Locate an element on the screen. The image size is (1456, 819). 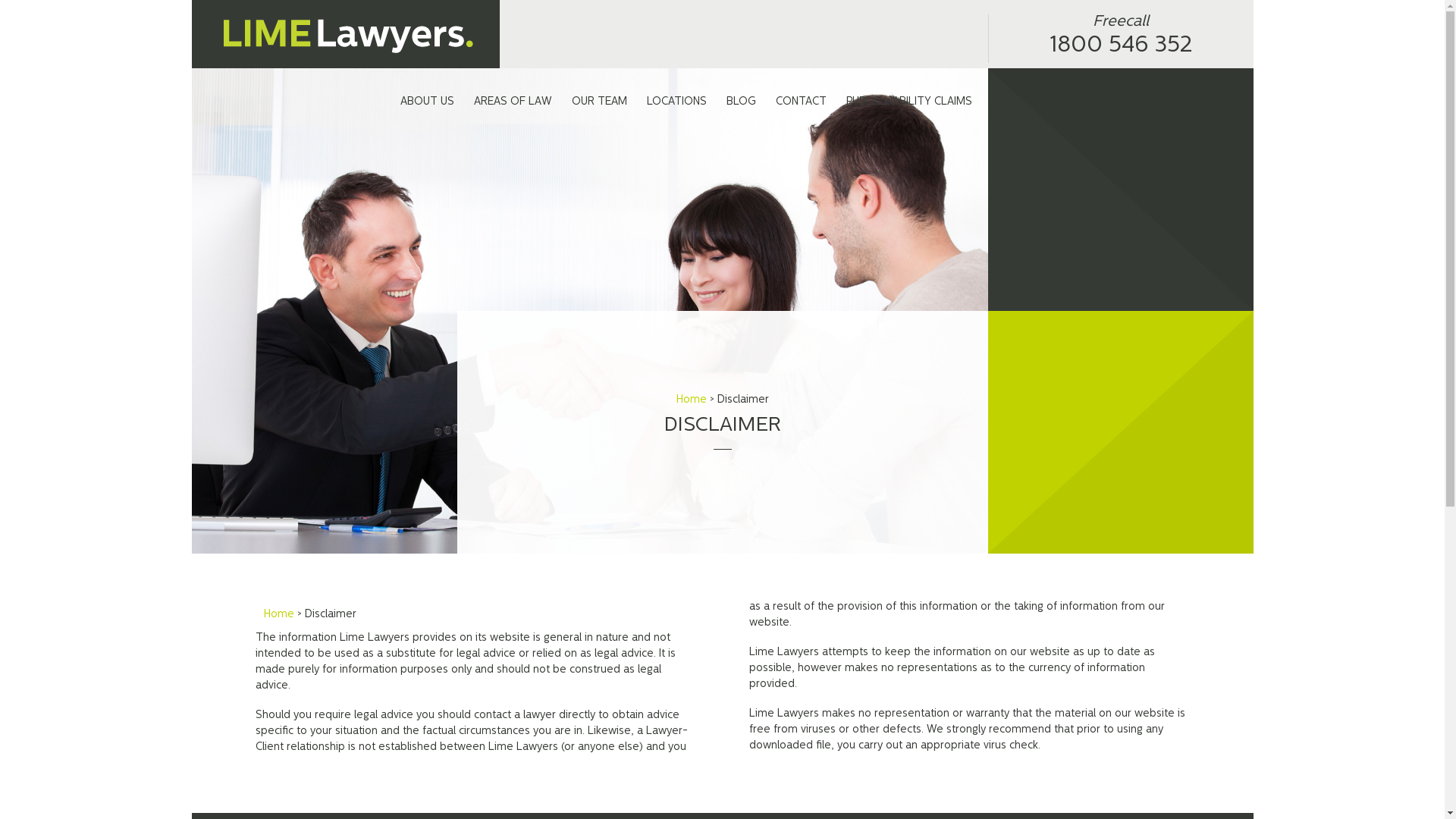
'PUBLIC LIABILITY CLAIMS' is located at coordinates (908, 102).